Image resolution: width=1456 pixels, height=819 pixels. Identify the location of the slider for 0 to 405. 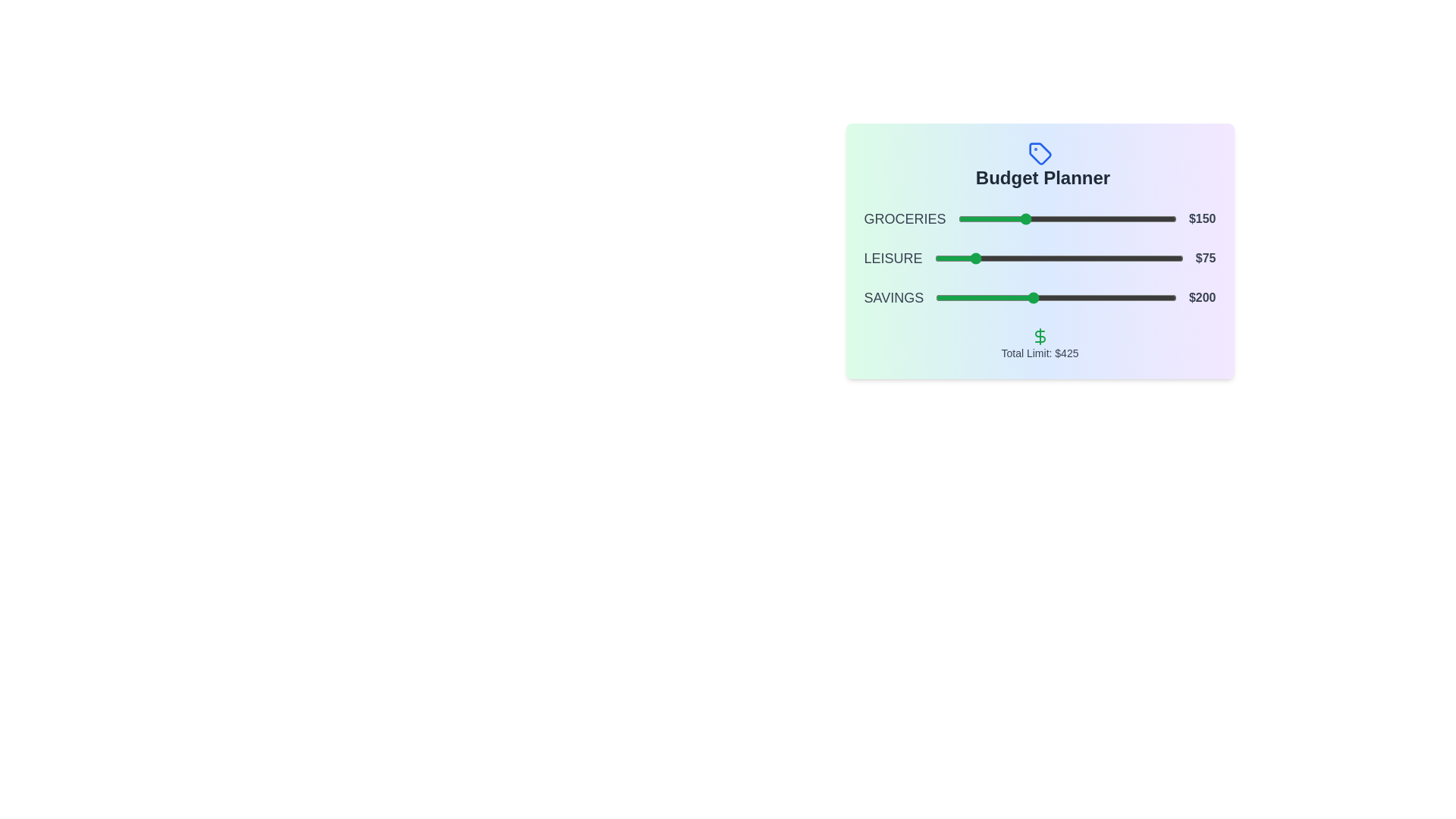
(1135, 219).